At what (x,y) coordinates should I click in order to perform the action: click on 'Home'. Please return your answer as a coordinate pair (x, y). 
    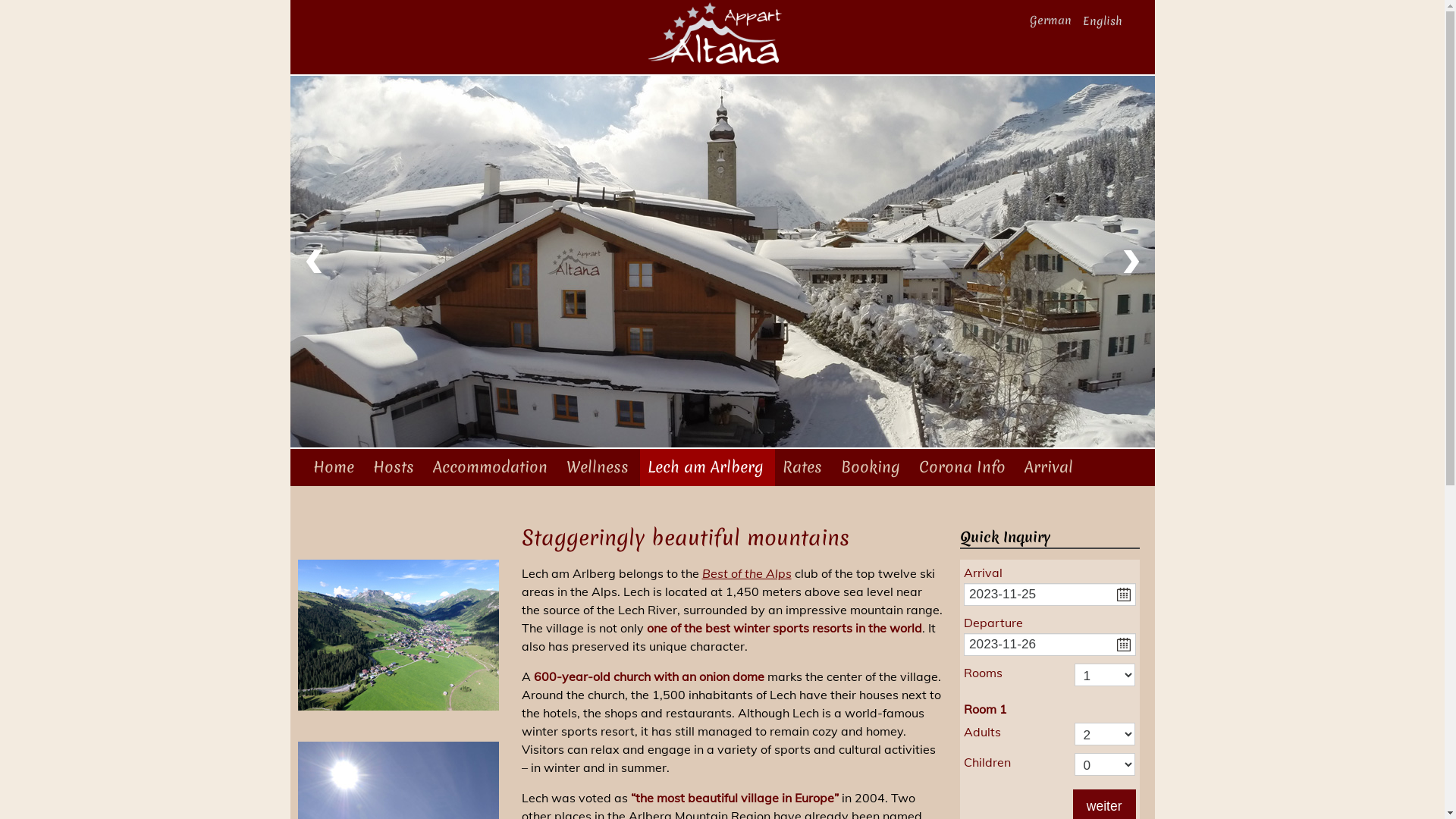
    Looking at the image, I should click on (334, 466).